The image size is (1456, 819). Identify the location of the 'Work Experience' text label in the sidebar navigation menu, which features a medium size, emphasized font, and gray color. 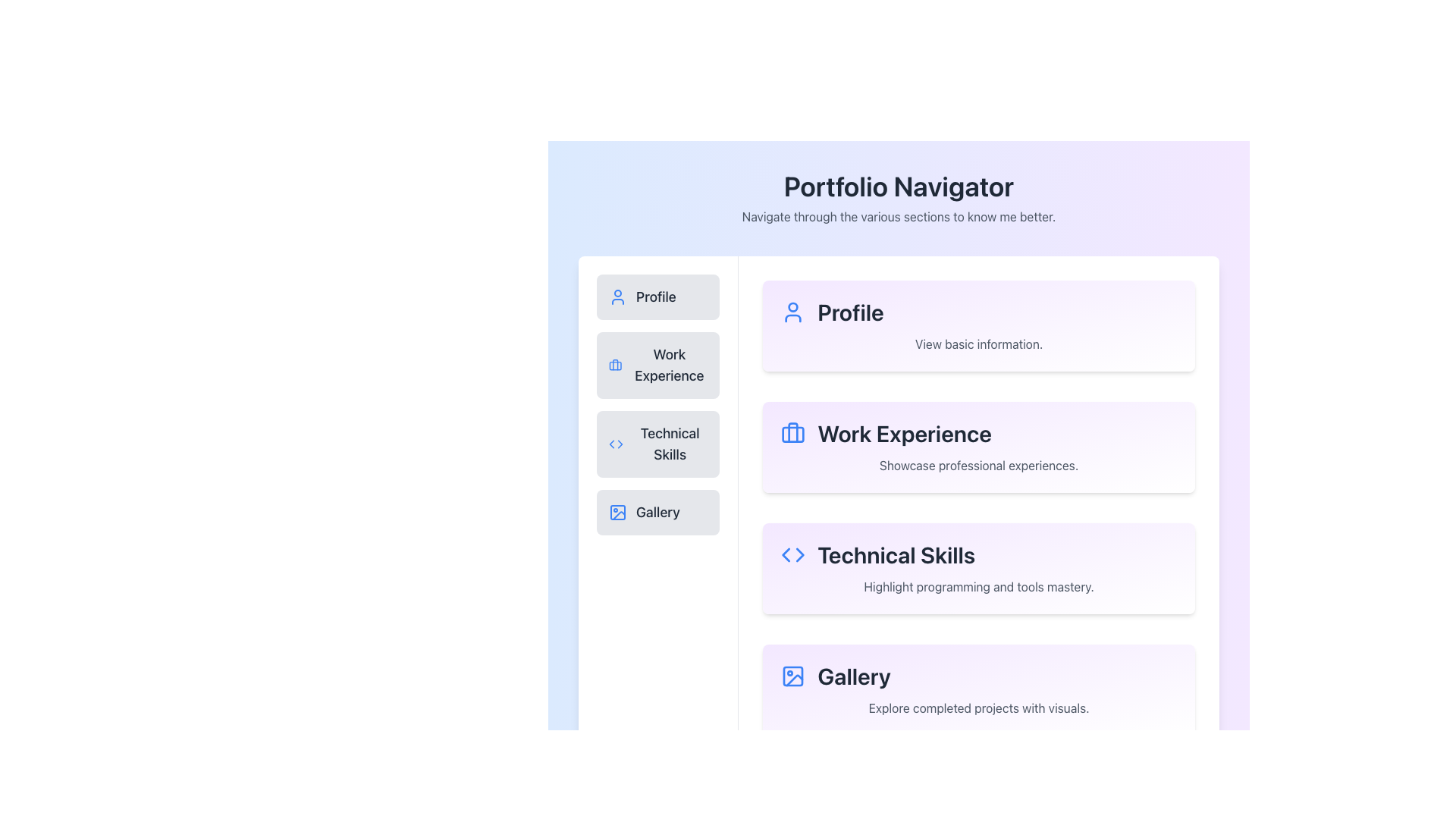
(668, 366).